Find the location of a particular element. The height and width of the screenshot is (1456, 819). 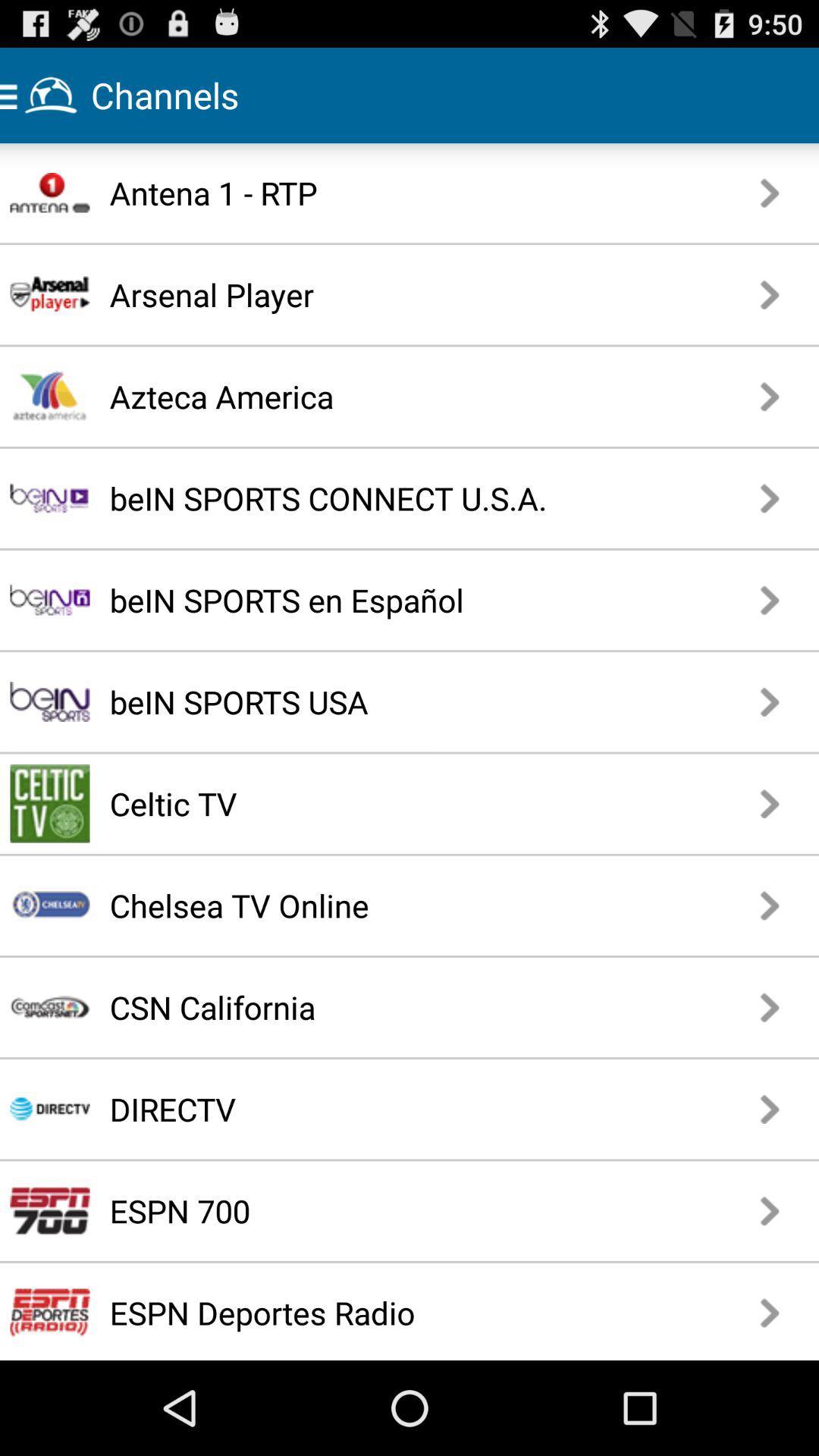

the espn deportes radio item is located at coordinates (381, 1312).